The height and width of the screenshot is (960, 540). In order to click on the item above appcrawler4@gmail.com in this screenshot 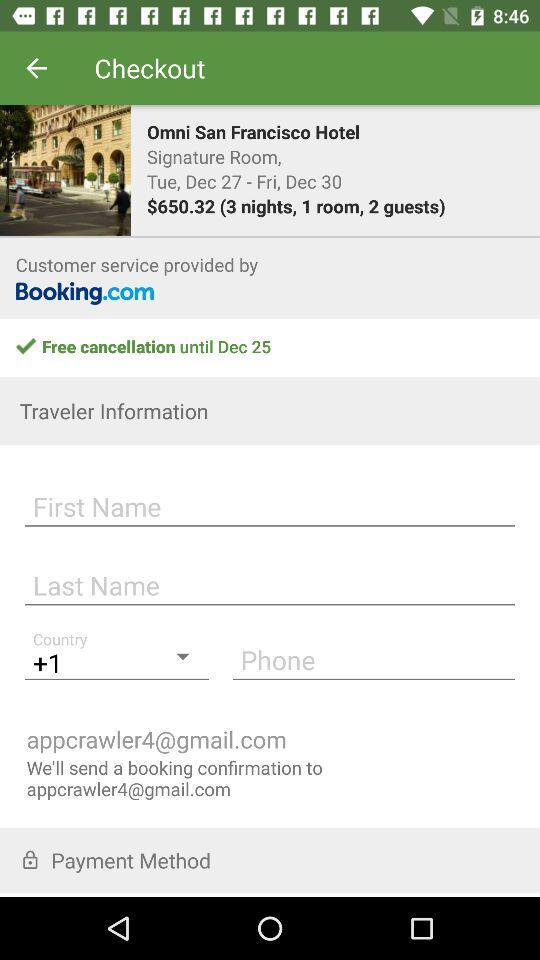, I will do `click(373, 658)`.